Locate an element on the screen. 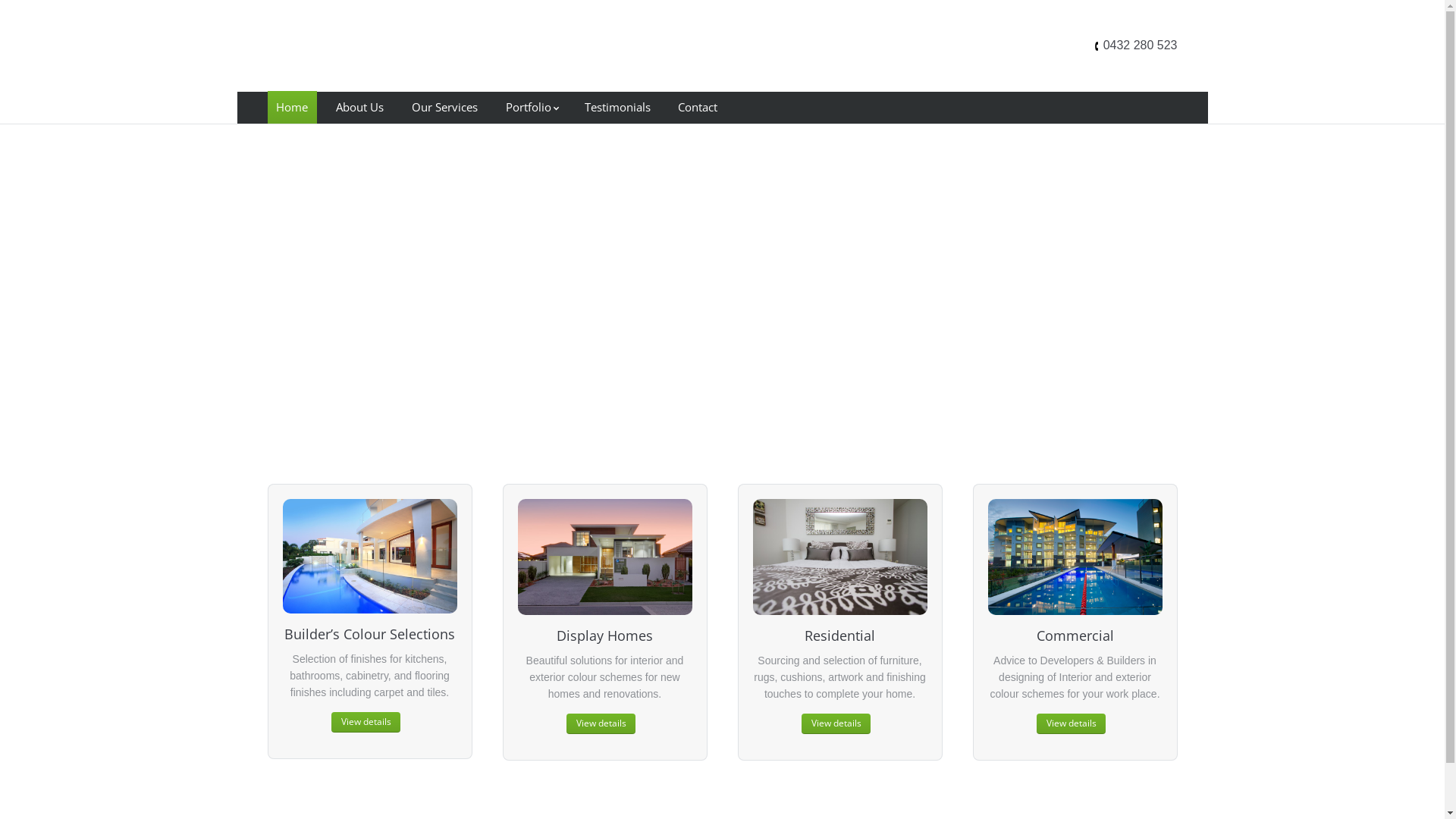 This screenshot has width=1456, height=819. 'Home' is located at coordinates (291, 106).